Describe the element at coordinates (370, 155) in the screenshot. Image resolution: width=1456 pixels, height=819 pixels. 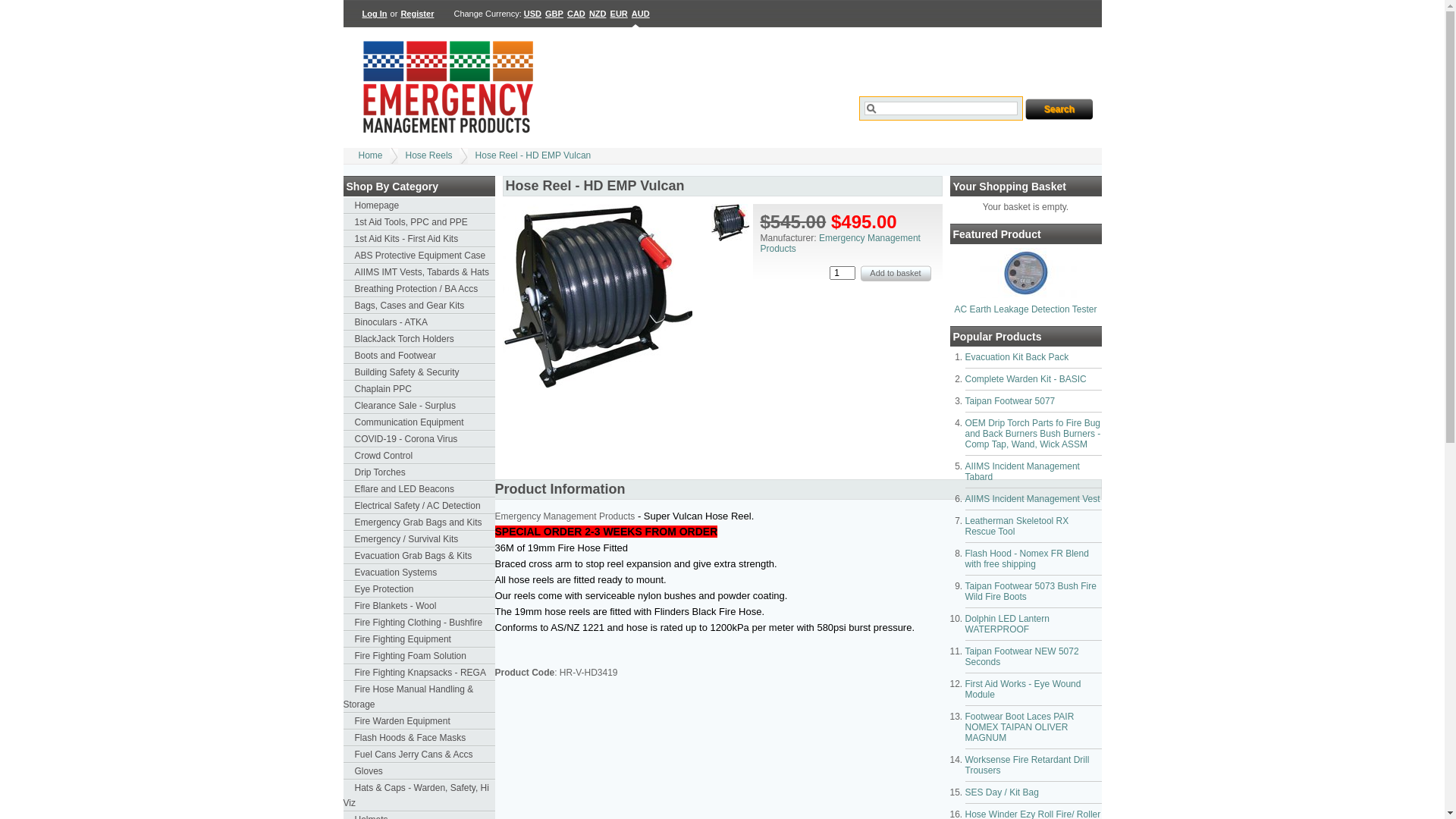
I see `'Home'` at that location.